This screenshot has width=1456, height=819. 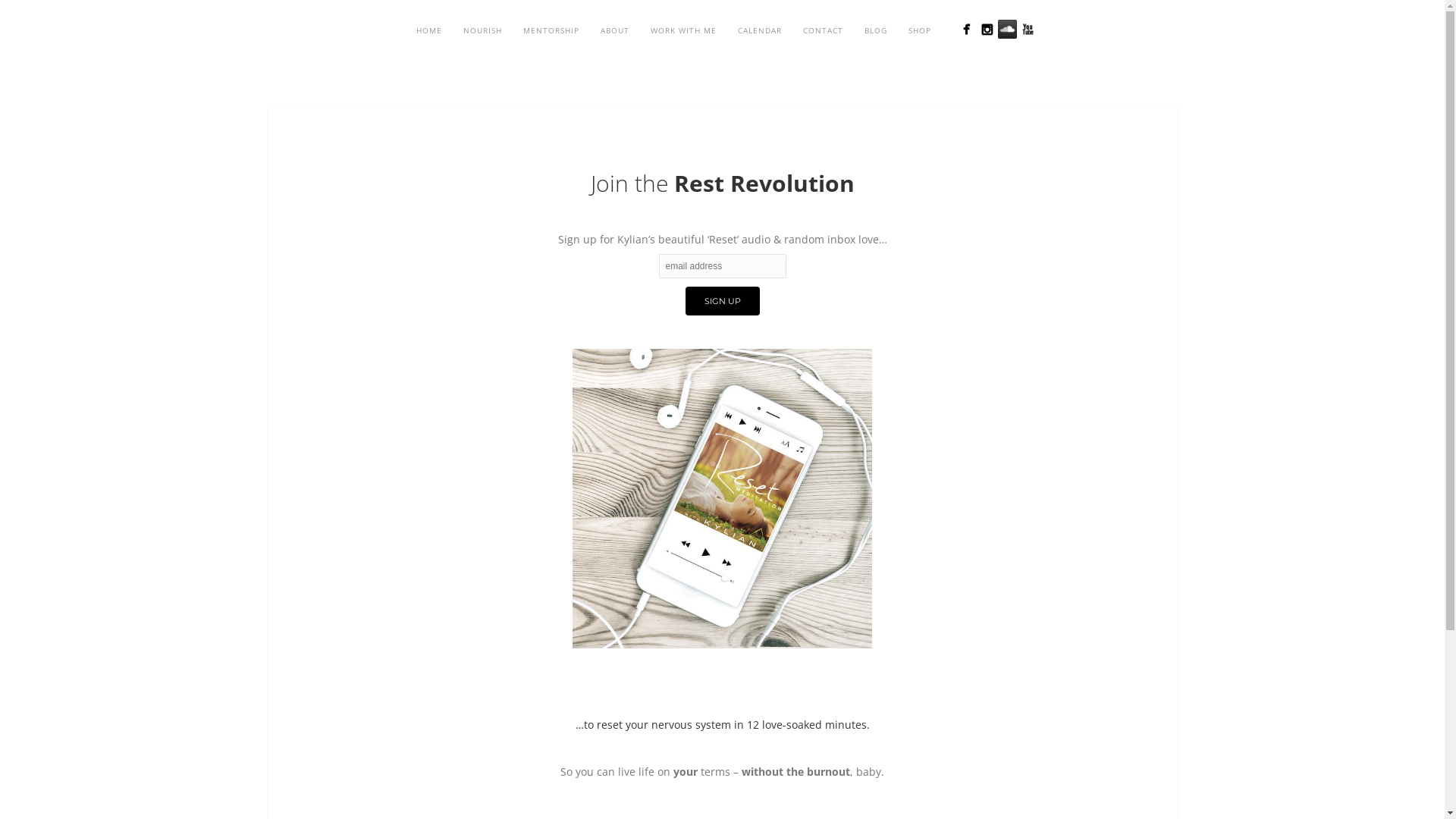 I want to click on 'CALENDAR', so click(x=726, y=30).